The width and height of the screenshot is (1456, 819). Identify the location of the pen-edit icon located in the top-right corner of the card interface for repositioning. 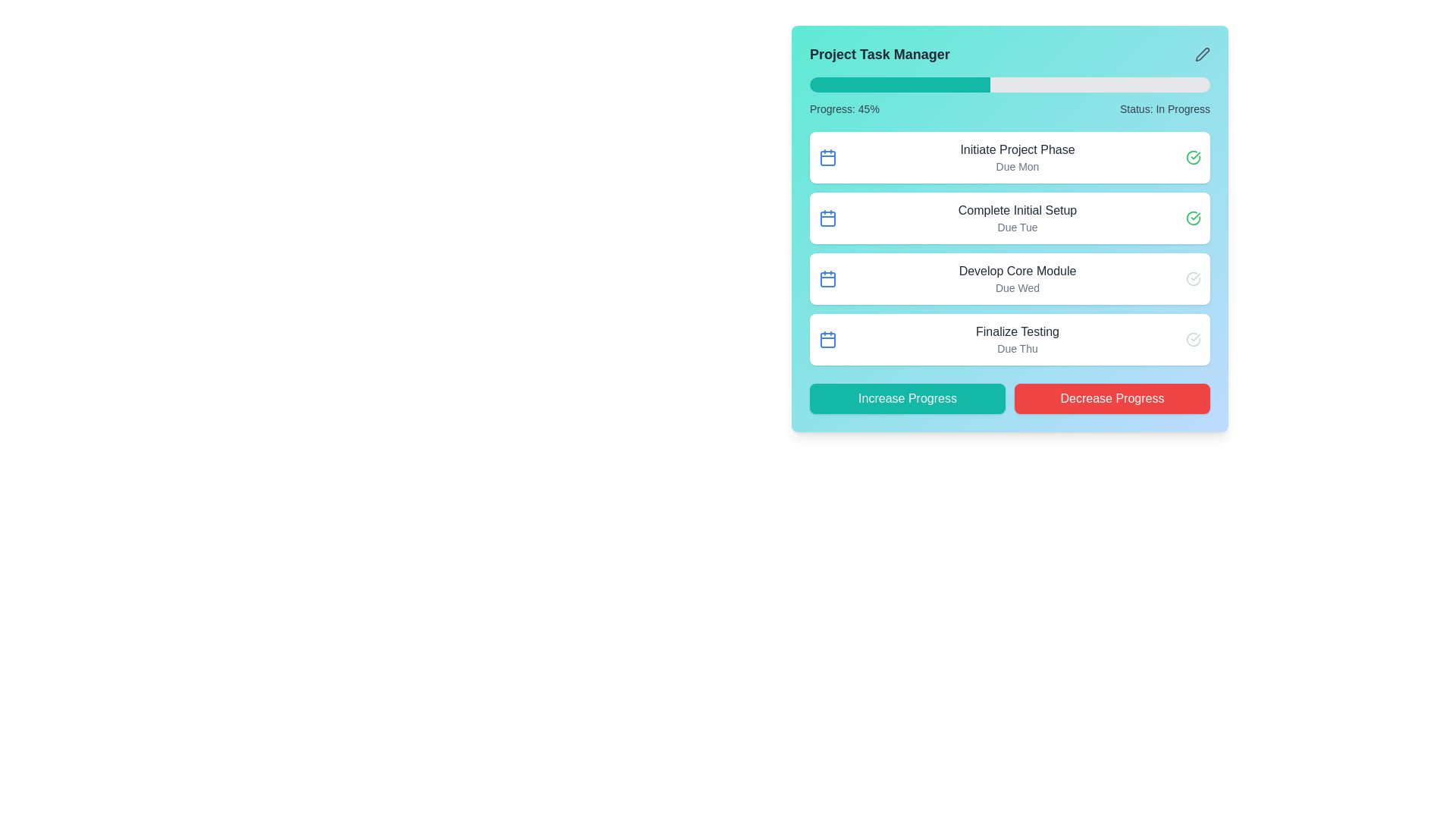
(1201, 54).